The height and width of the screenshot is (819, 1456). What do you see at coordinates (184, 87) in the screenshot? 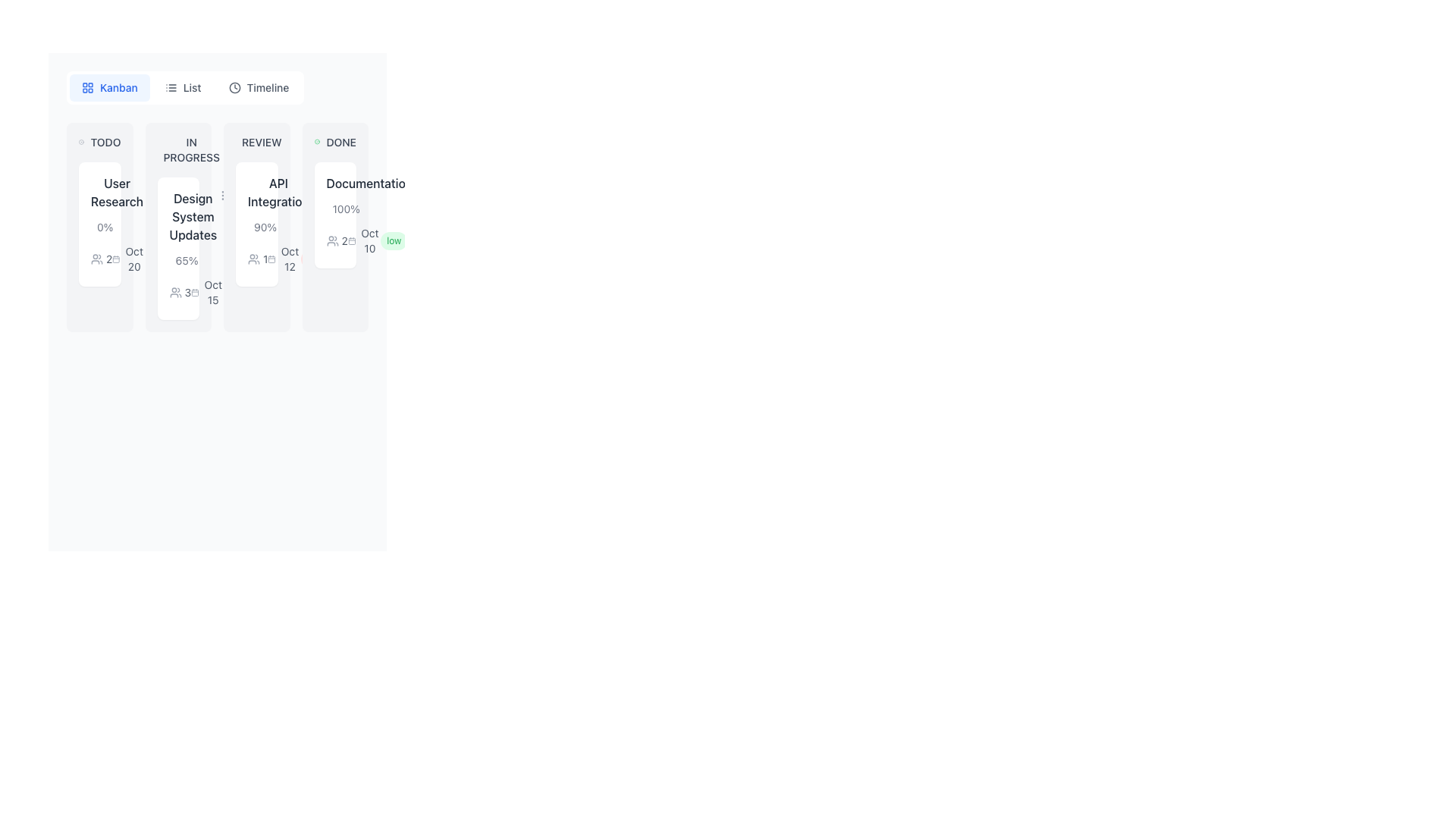
I see `the middle button in the horizontal menu at the top of the interface` at bounding box center [184, 87].